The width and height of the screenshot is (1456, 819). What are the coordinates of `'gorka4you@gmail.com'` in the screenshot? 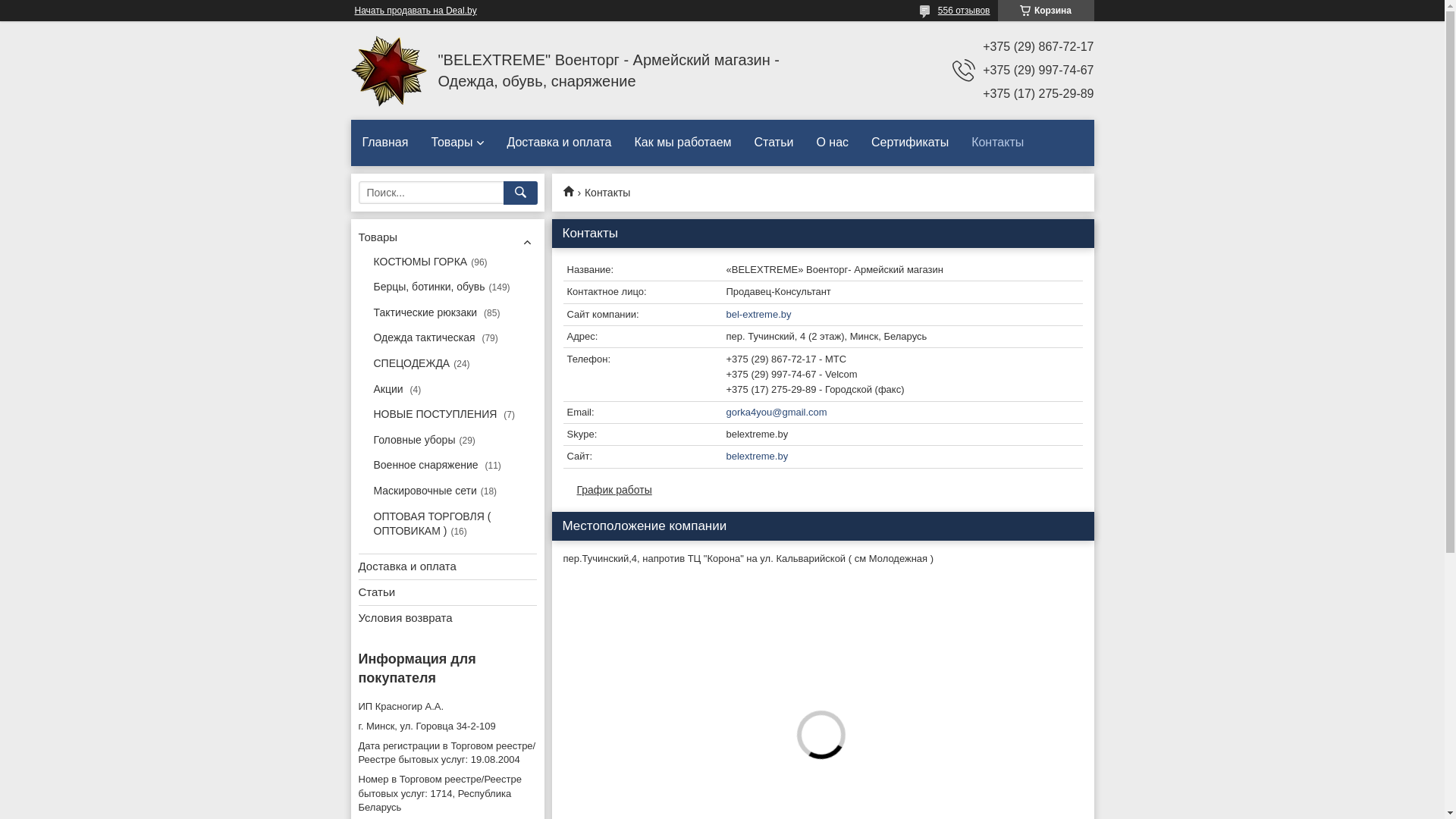 It's located at (821, 413).